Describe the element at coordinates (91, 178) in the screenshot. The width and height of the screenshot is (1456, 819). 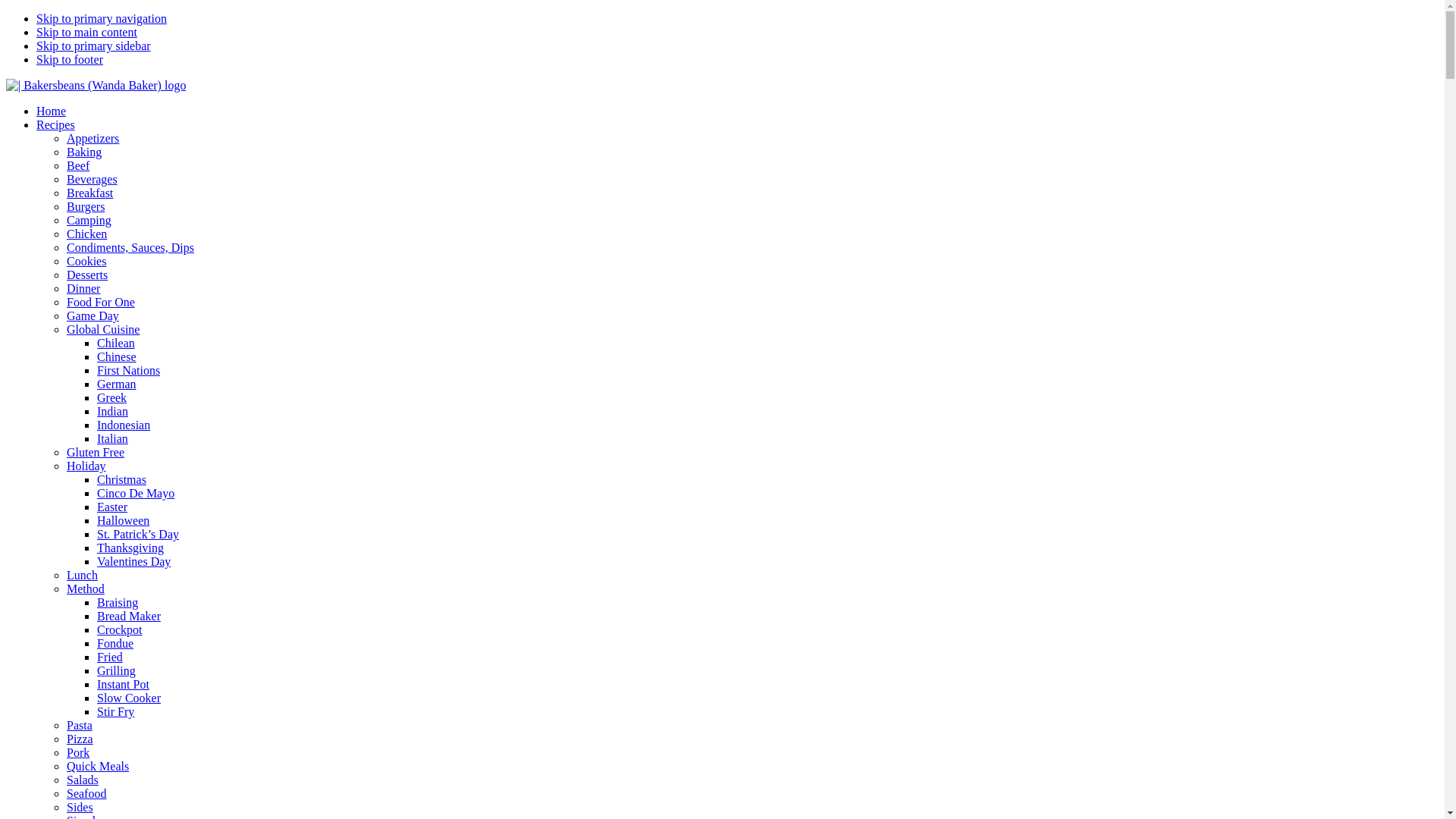
I see `'Beverages'` at that location.